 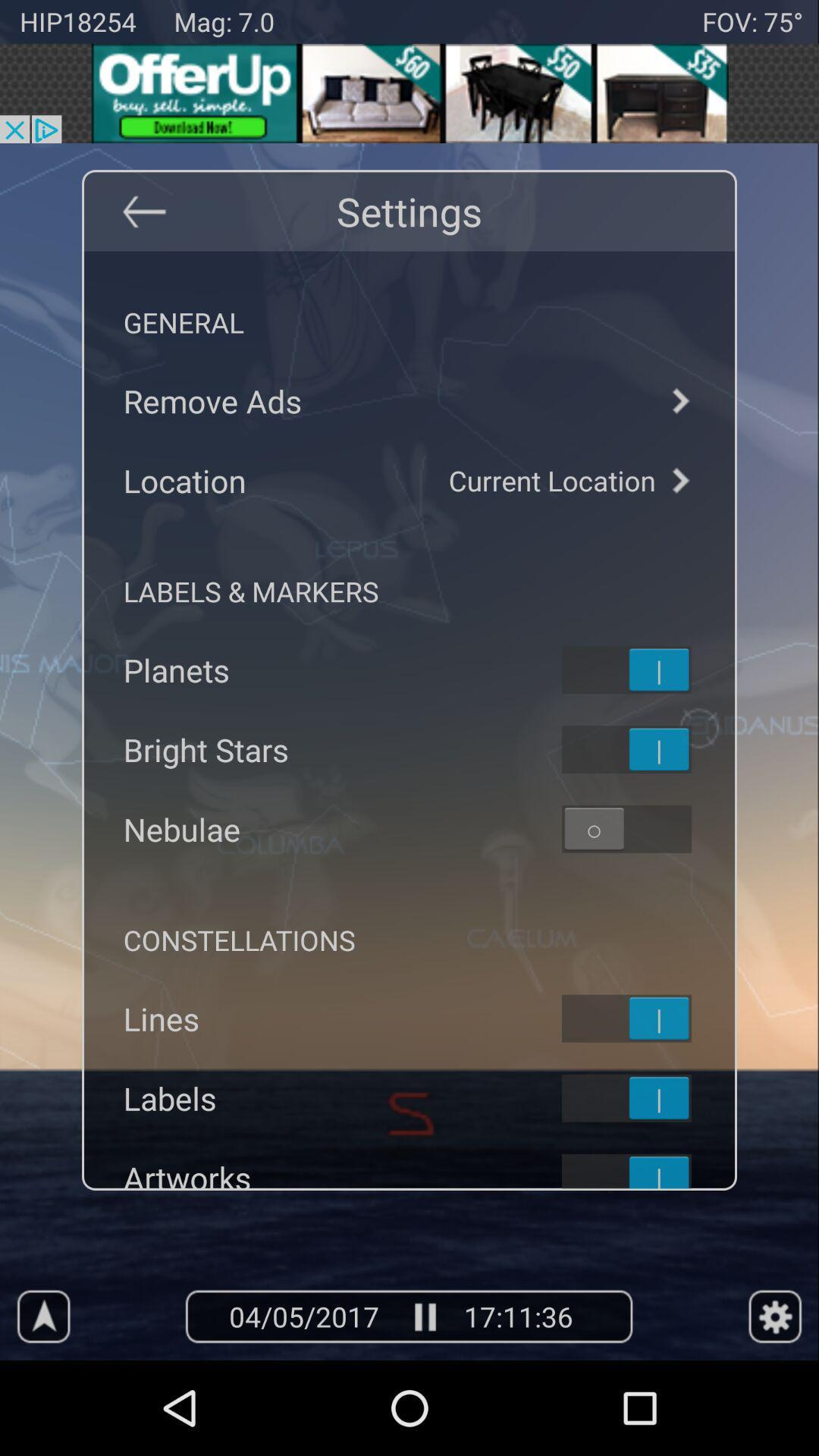 What do you see at coordinates (143, 210) in the screenshot?
I see `previuos` at bounding box center [143, 210].